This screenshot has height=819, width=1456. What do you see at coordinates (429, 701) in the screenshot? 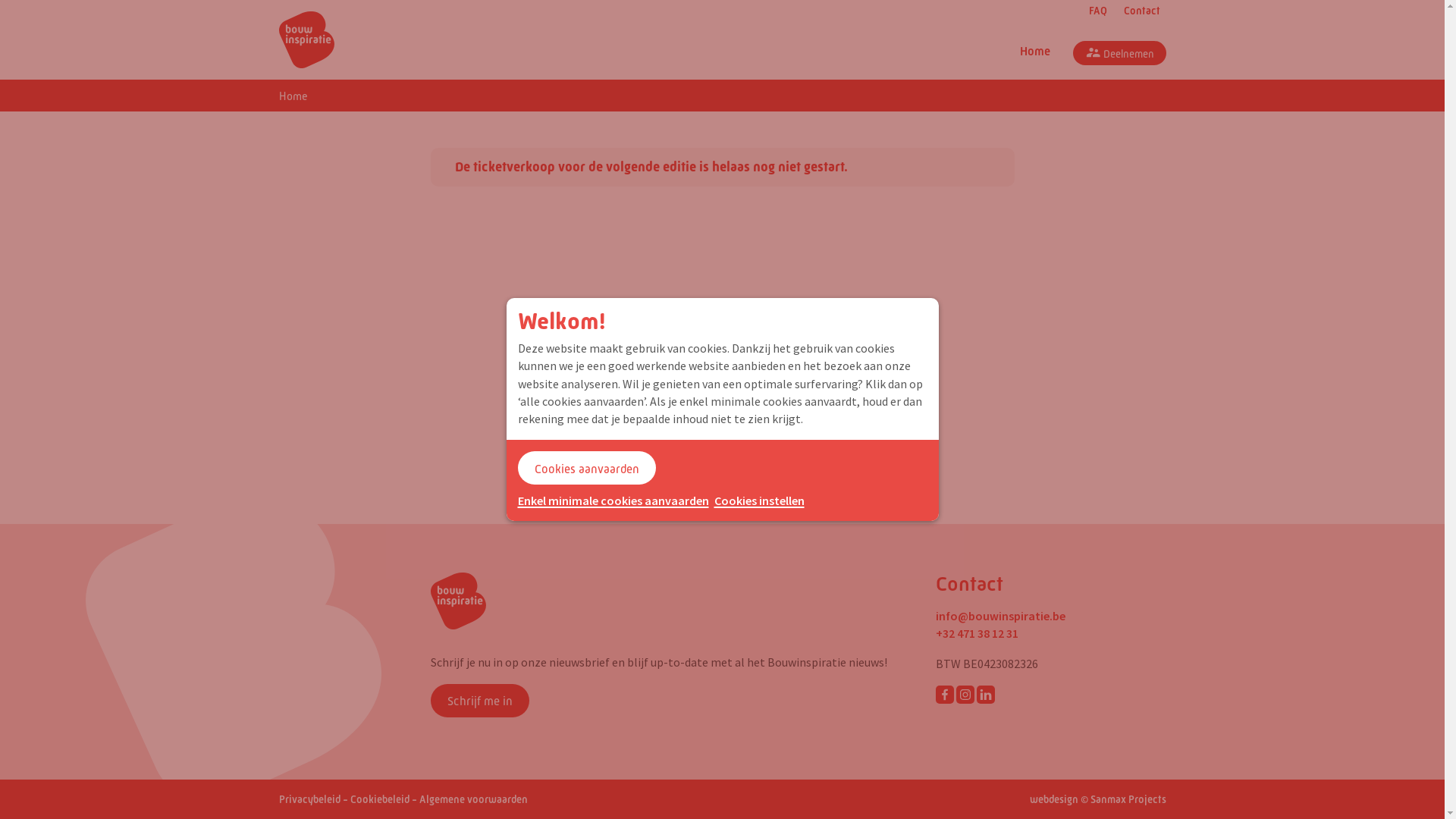
I see `'Schrijf me in'` at bounding box center [429, 701].